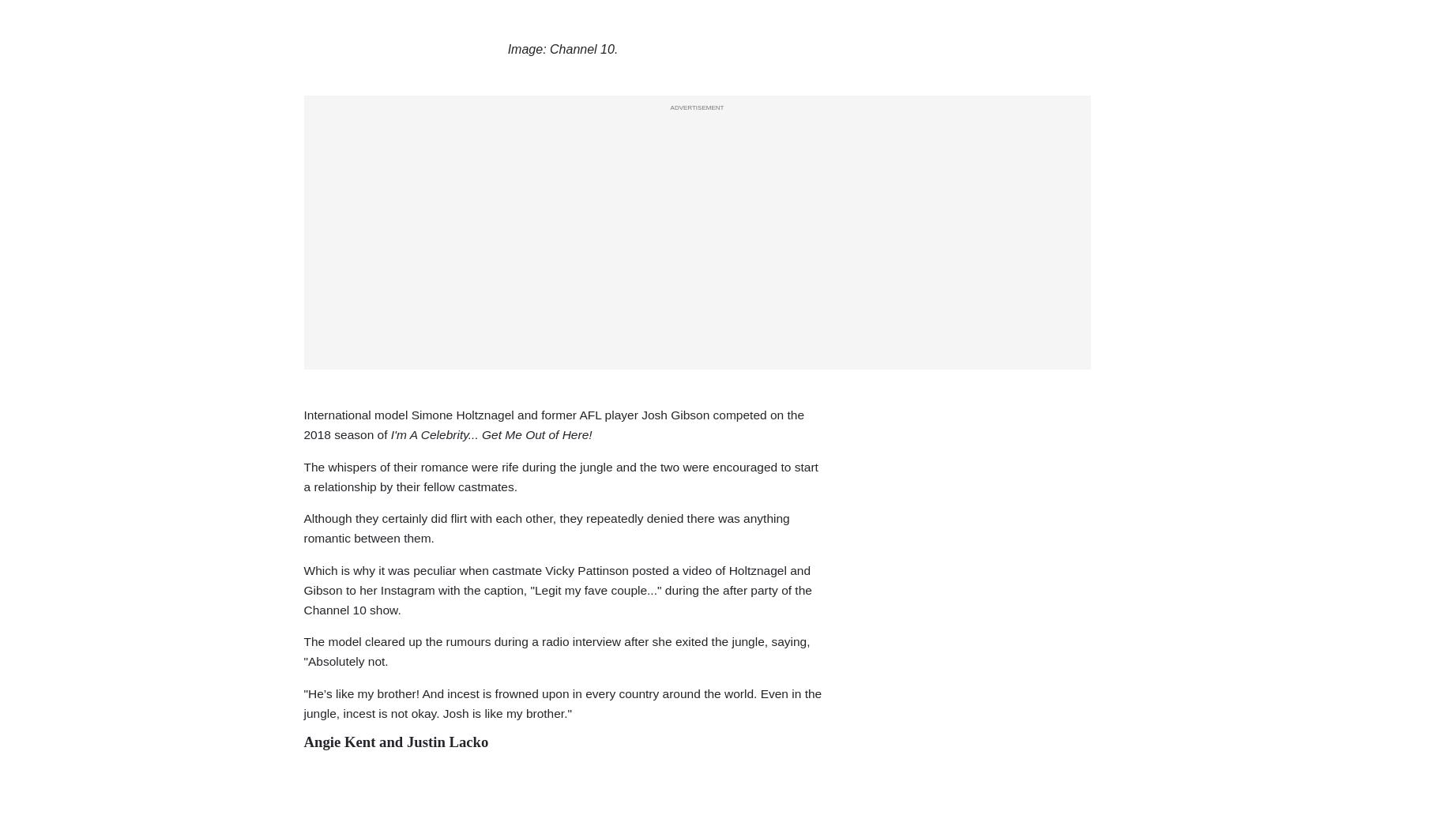 This screenshot has height=815, width=1456. I want to click on 'The model cleared up the rumours during a radio interview after she exited the jungle, saying, "Absolutely not.', so click(555, 651).